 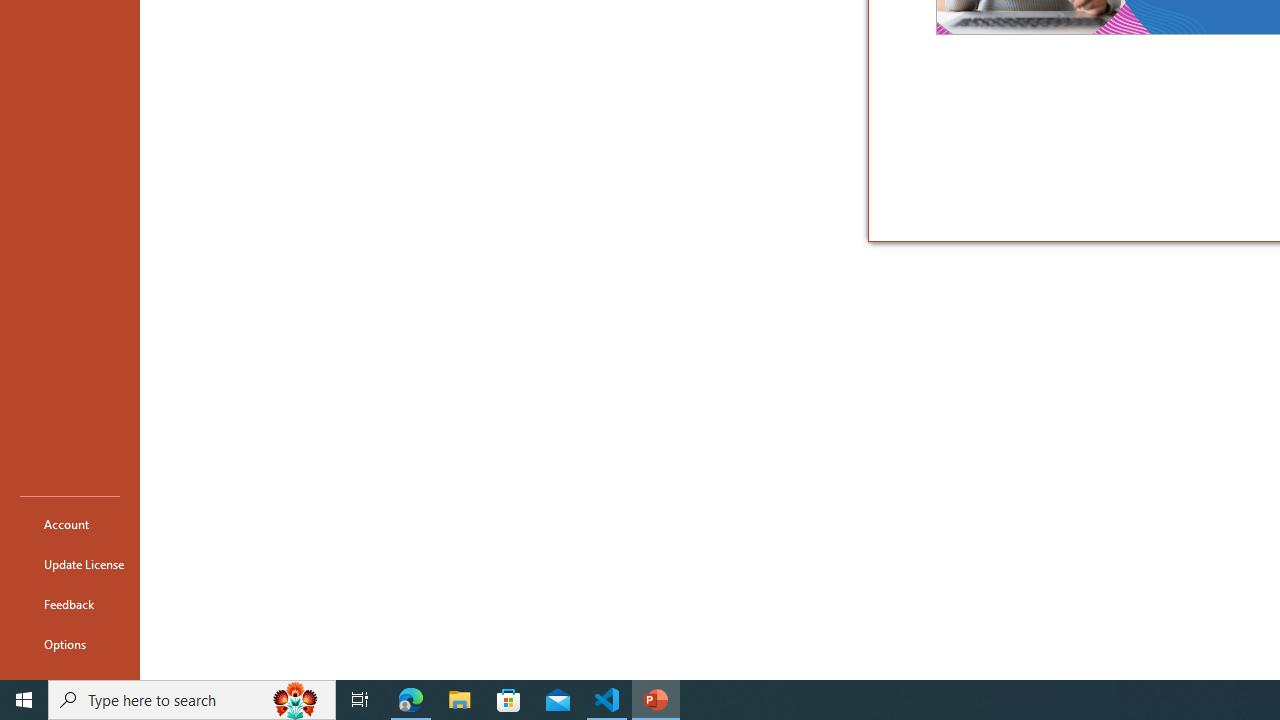 What do you see at coordinates (69, 564) in the screenshot?
I see `'Update License'` at bounding box center [69, 564].